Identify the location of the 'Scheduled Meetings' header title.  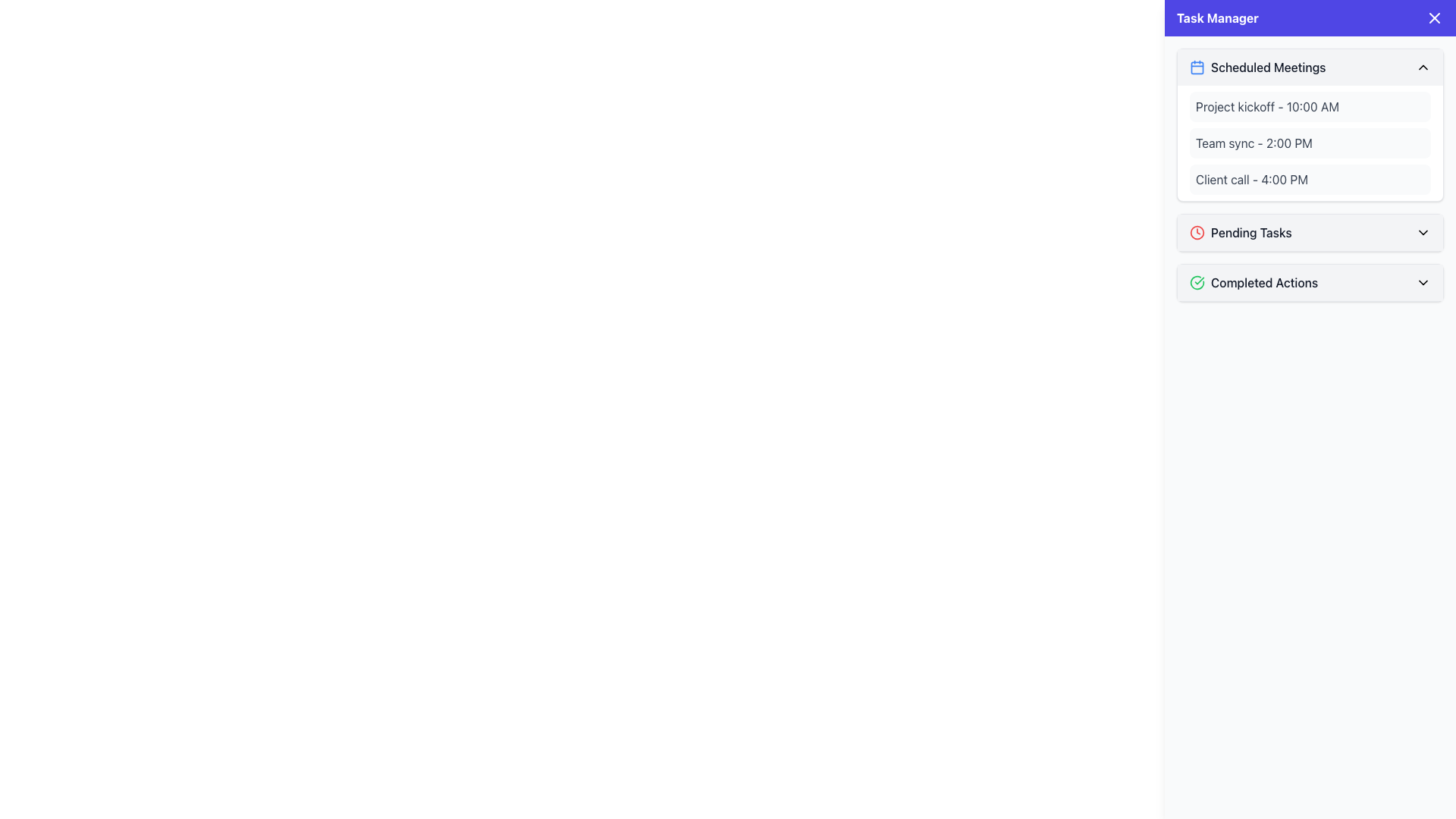
(1257, 66).